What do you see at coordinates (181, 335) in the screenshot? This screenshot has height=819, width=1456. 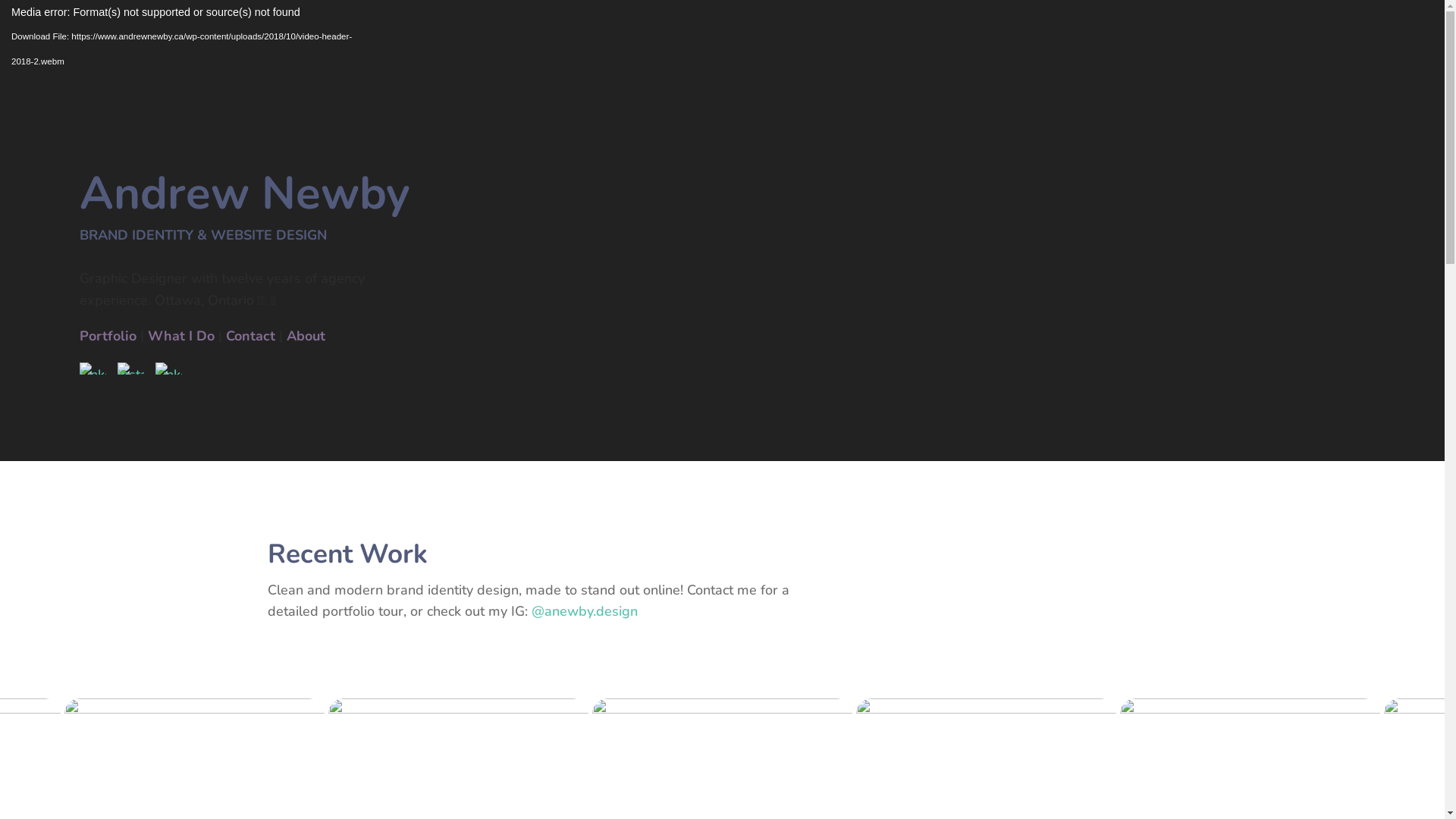 I see `'What I Do'` at bounding box center [181, 335].